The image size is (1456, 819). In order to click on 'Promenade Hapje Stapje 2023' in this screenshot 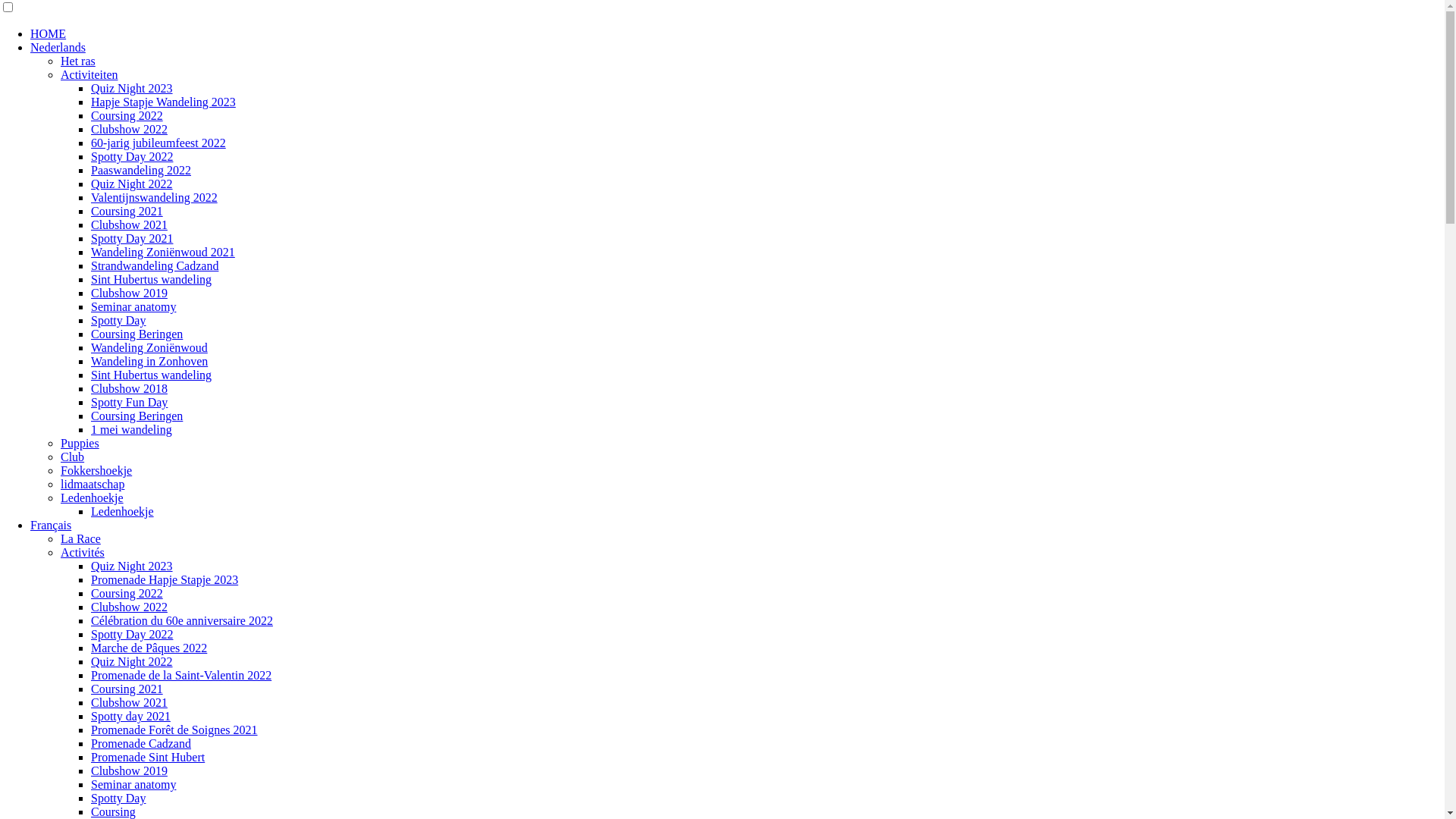, I will do `click(164, 579)`.